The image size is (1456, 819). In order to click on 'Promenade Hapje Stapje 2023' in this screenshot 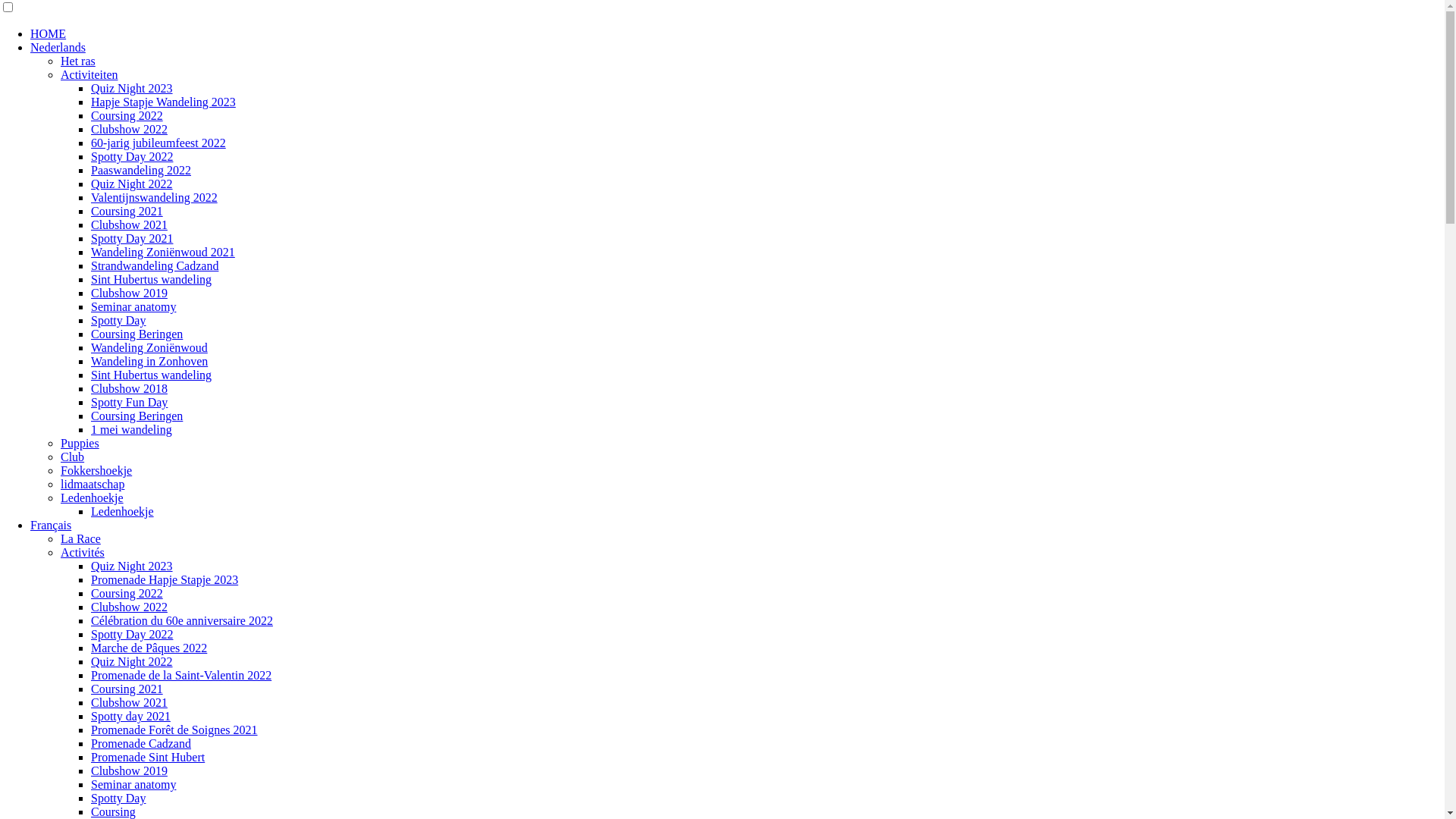, I will do `click(164, 579)`.